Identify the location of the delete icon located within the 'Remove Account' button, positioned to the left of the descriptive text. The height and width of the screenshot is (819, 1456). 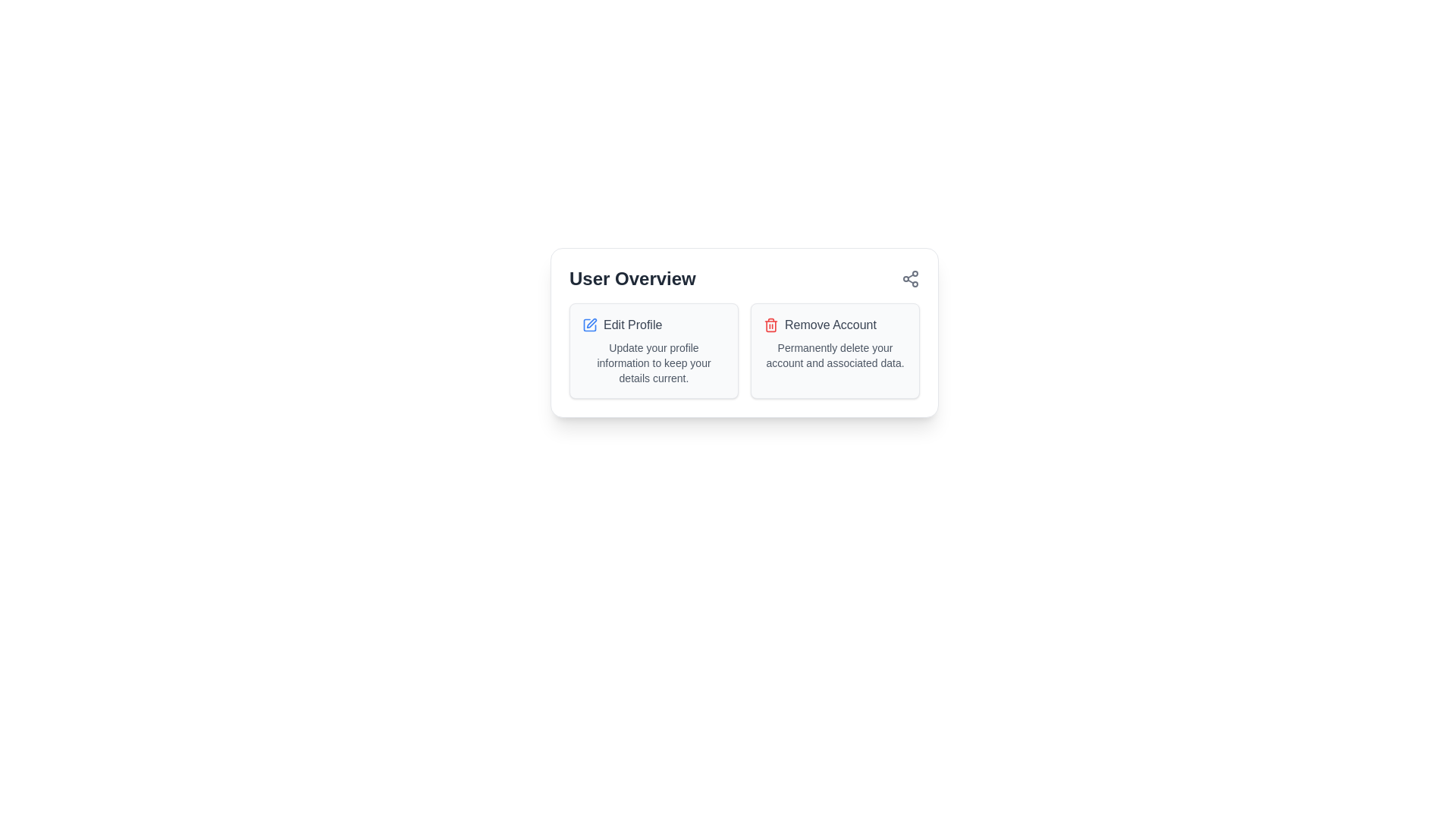
(771, 324).